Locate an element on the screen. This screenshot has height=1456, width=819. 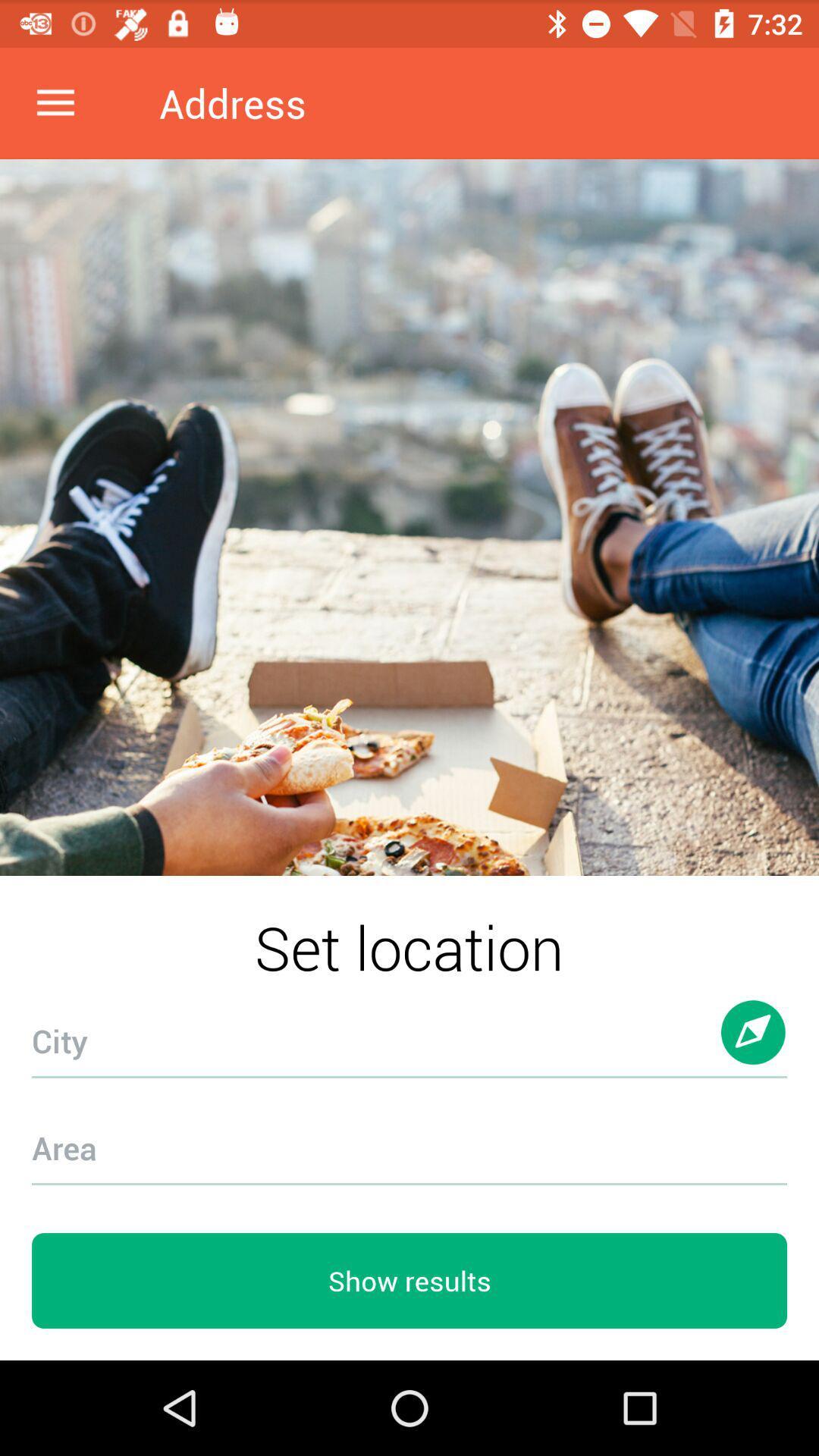
item to the left of the address item is located at coordinates (55, 102).